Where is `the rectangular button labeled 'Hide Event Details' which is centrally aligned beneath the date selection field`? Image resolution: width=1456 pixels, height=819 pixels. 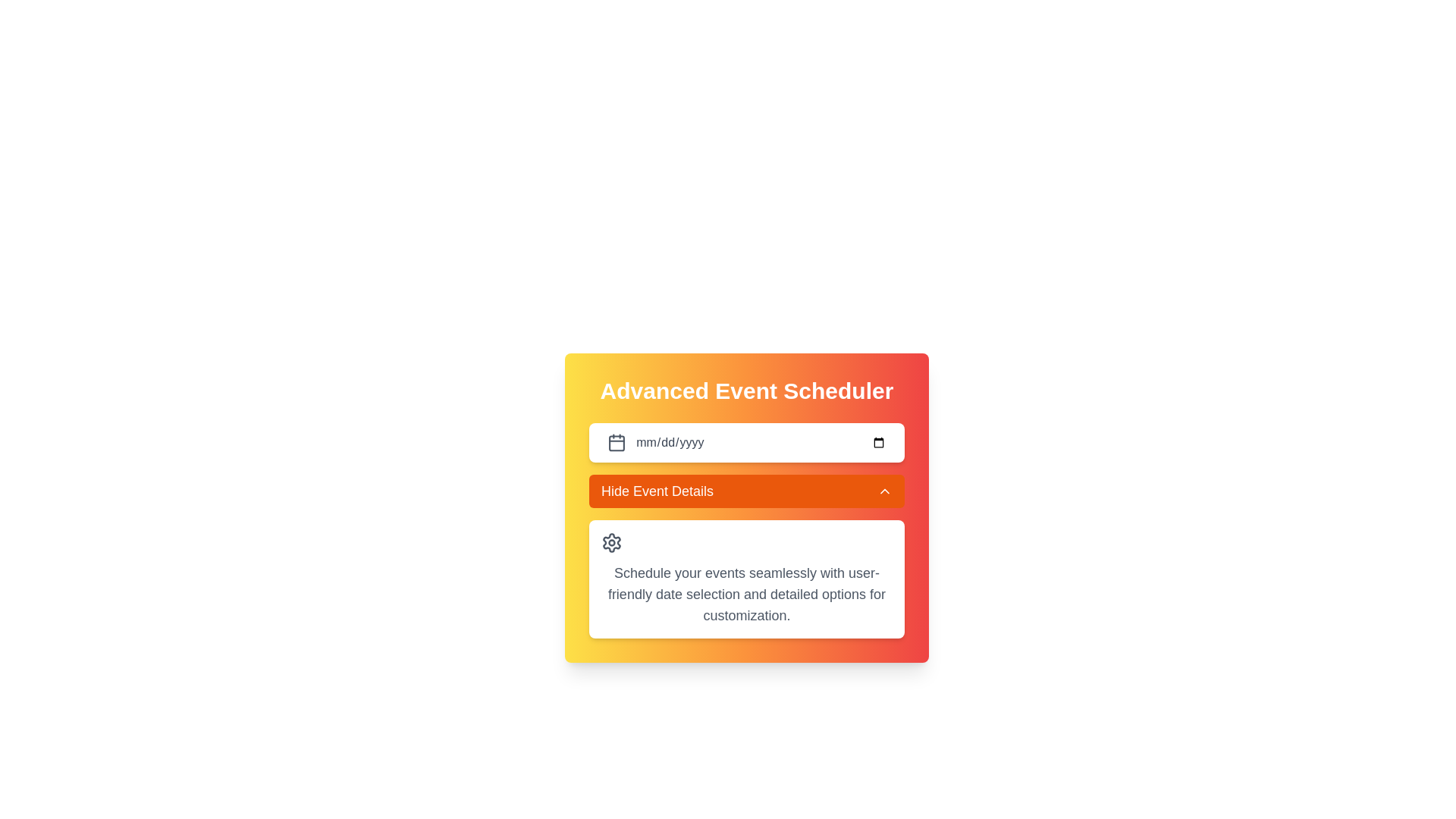
the rectangular button labeled 'Hide Event Details' which is centrally aligned beneath the date selection field is located at coordinates (746, 491).